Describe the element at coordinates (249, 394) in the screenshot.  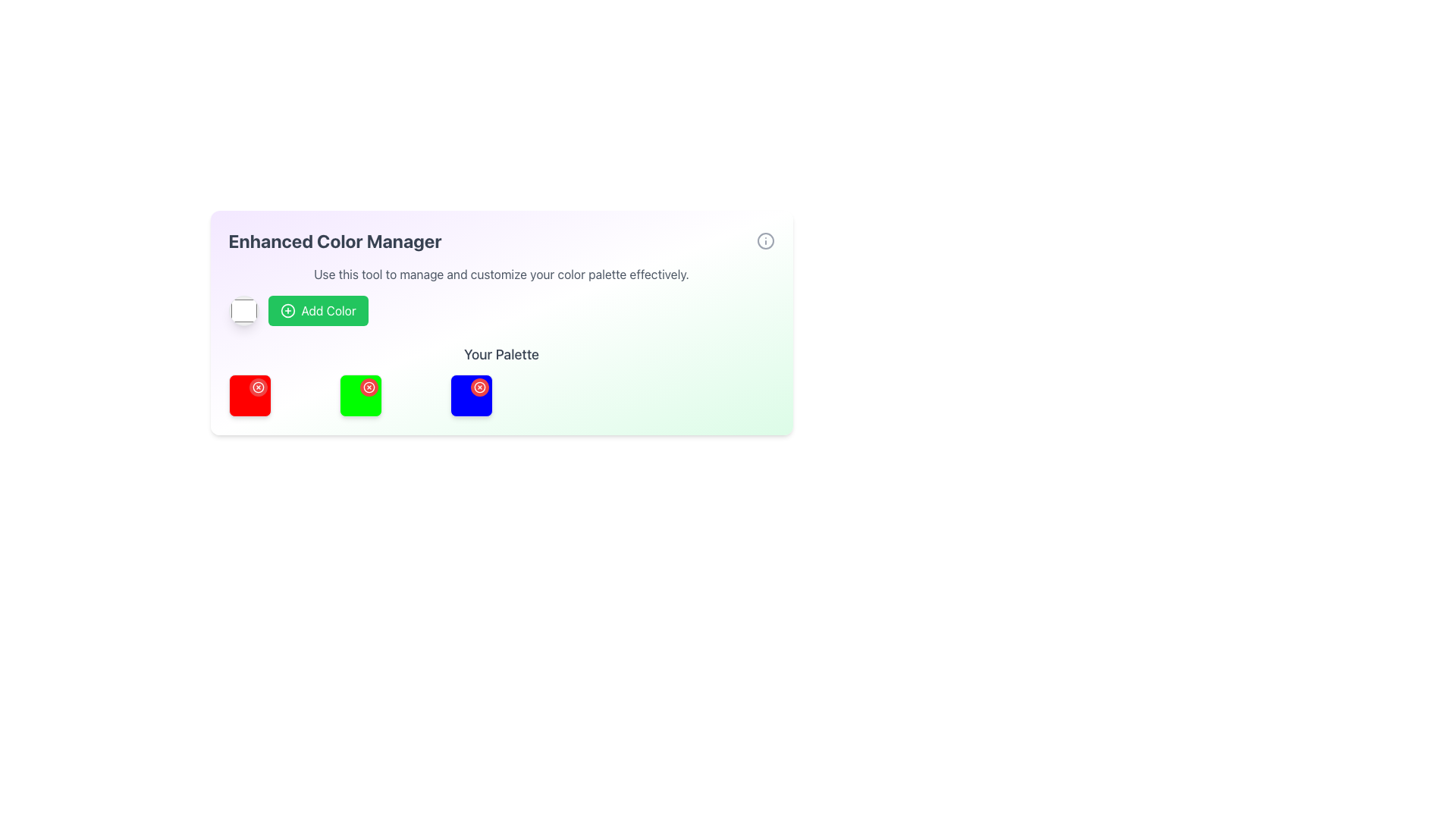
I see `the first interactive color block` at that location.